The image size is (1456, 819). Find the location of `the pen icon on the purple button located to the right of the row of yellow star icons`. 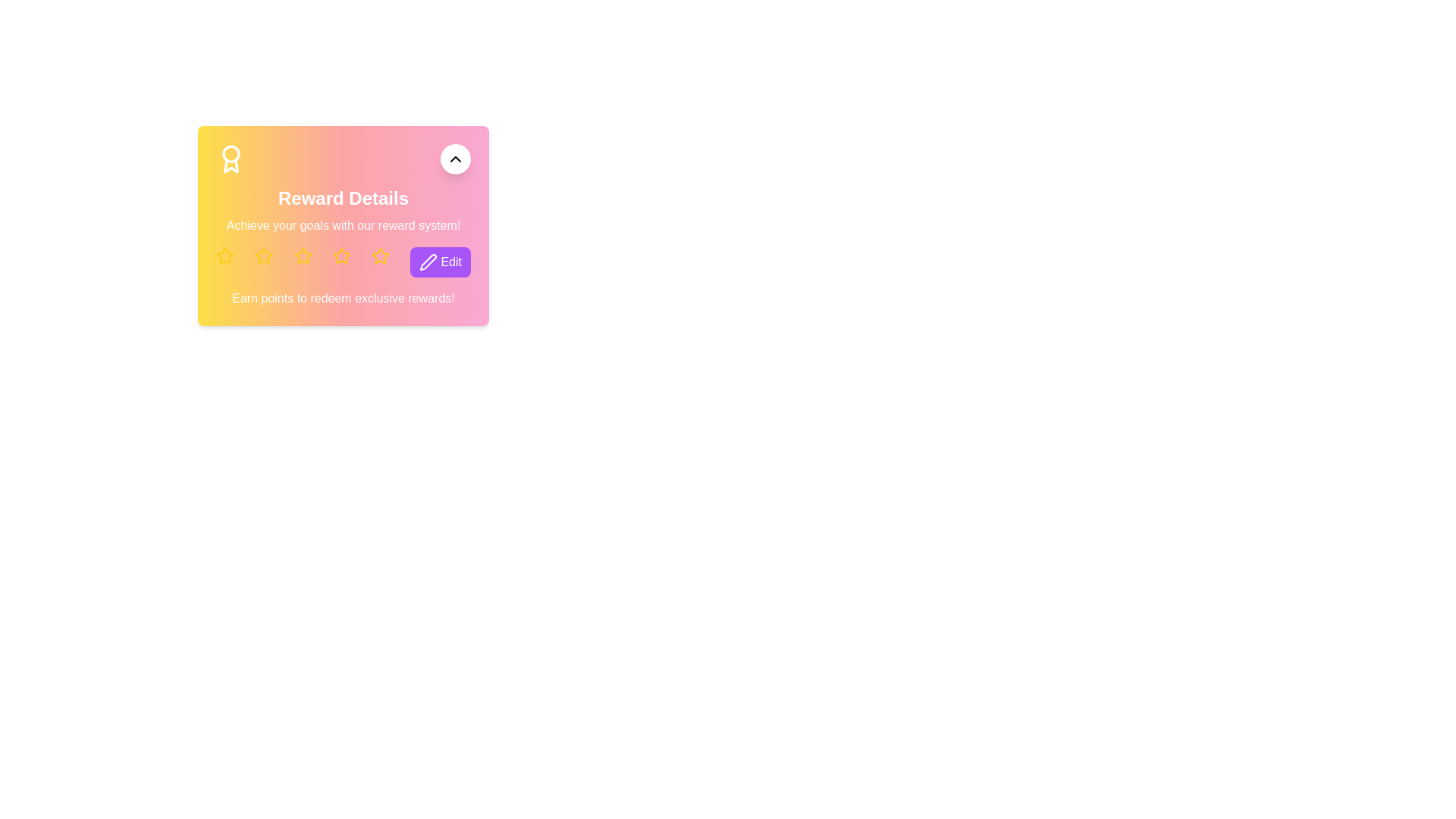

the pen icon on the purple button located to the right of the row of yellow star icons is located at coordinates (428, 262).